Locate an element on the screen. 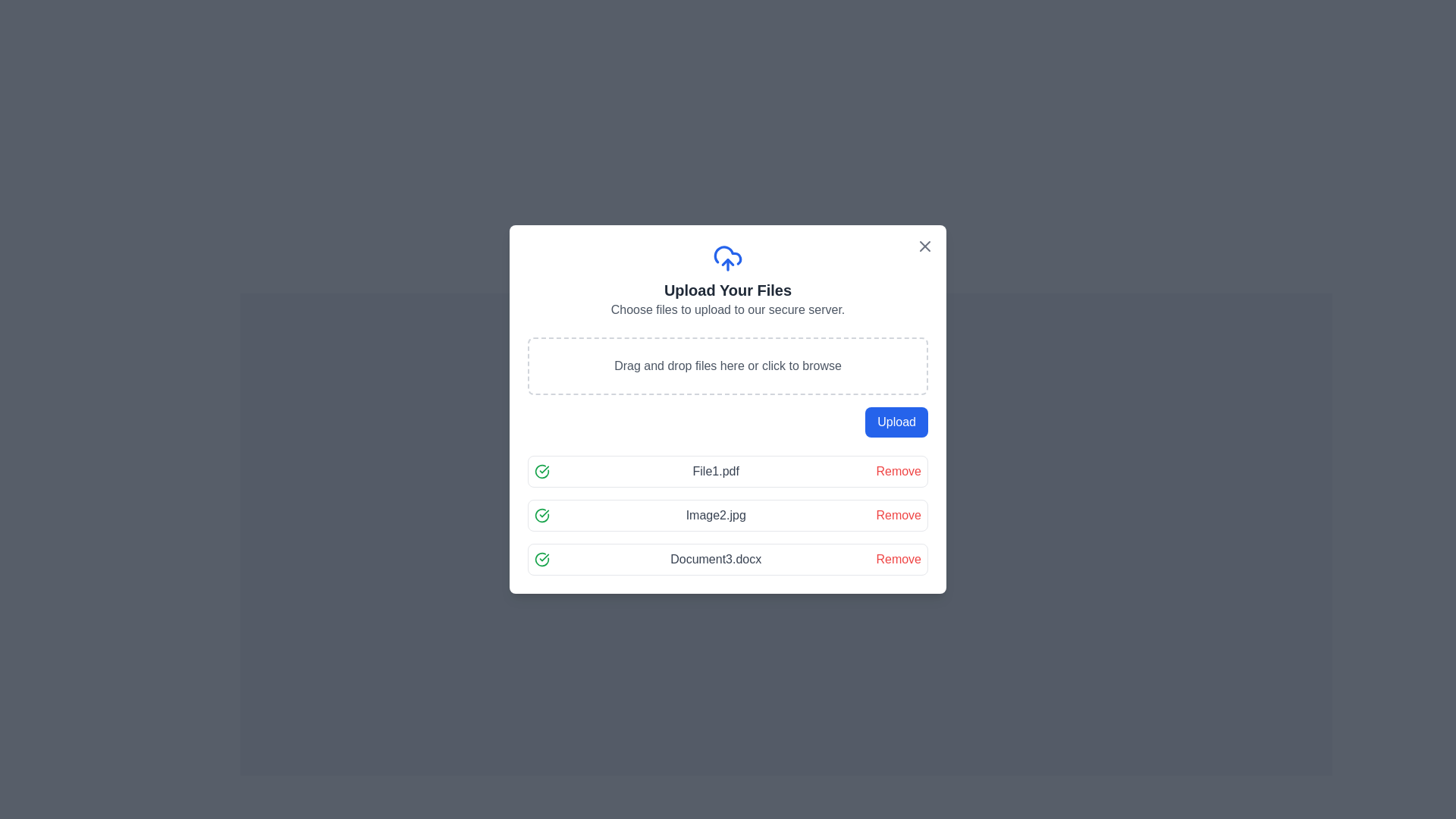 This screenshot has width=1456, height=819. the button located in the rightmost section of the row labeled 'Image2.jpg' is located at coordinates (899, 514).